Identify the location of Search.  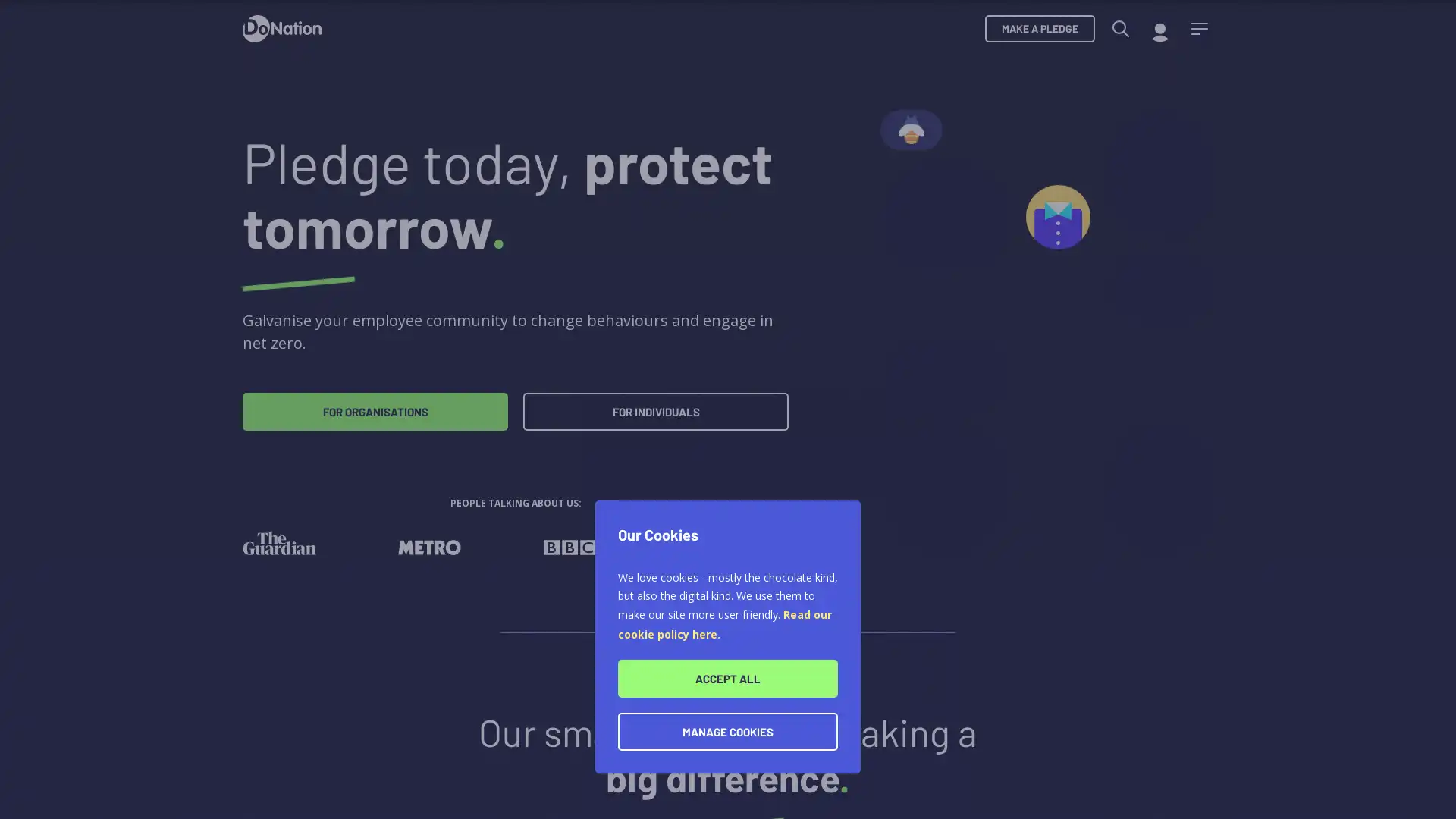
(1121, 29).